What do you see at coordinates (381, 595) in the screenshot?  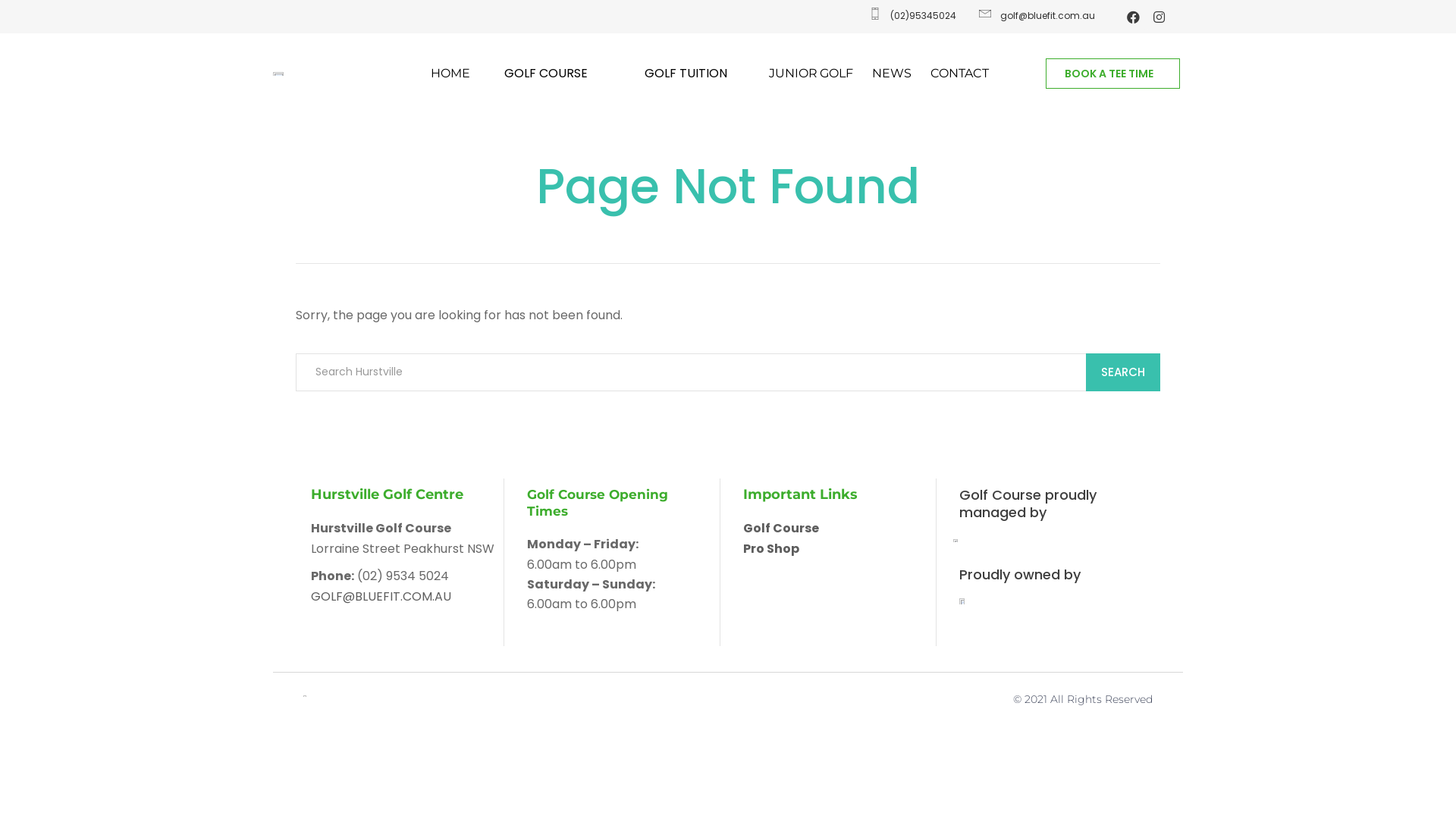 I see `'GOLF@BLUEFIT.COM.AU'` at bounding box center [381, 595].